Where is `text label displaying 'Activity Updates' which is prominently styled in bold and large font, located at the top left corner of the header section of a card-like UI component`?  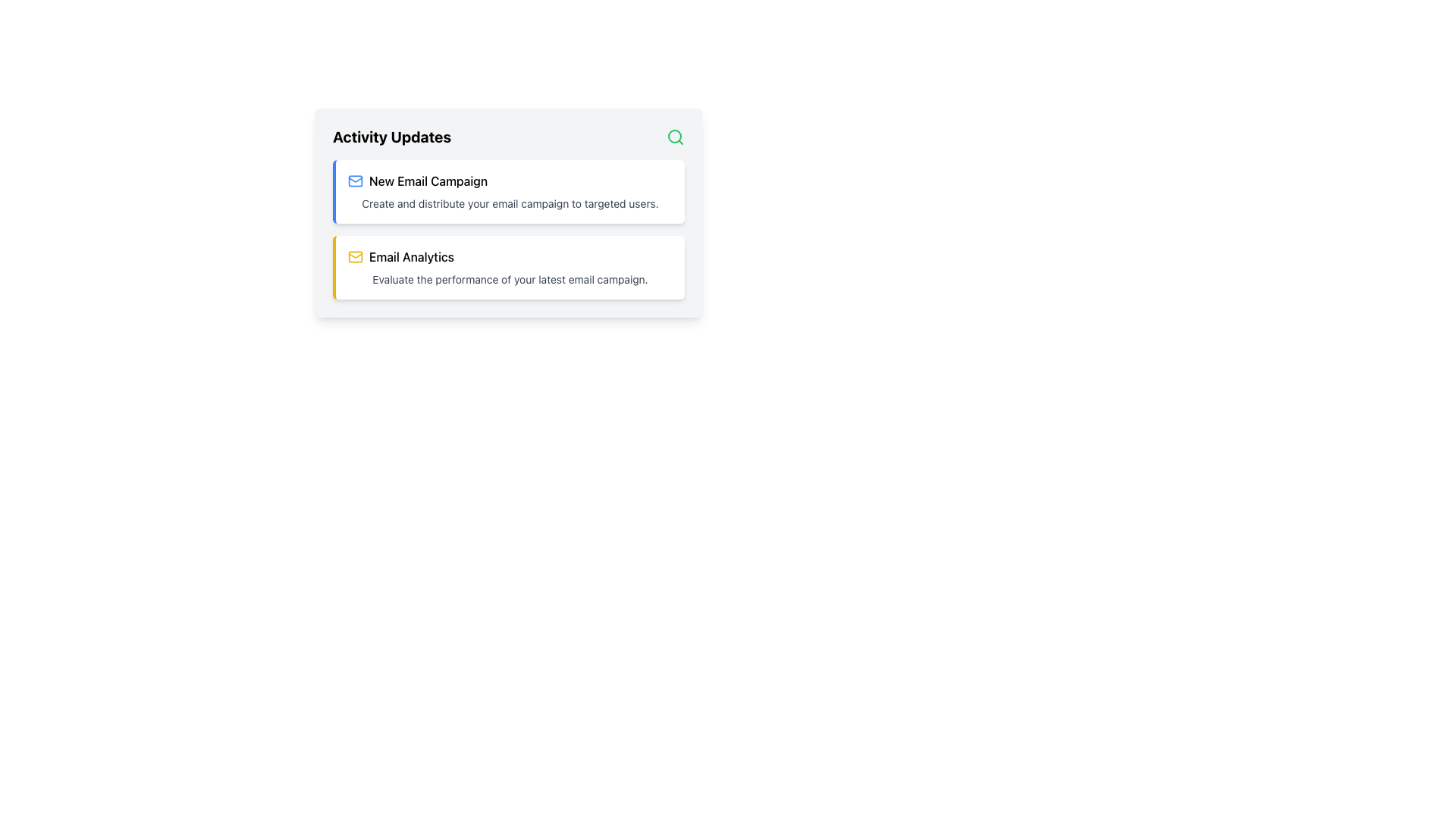
text label displaying 'Activity Updates' which is prominently styled in bold and large font, located at the top left corner of the header section of a card-like UI component is located at coordinates (392, 137).